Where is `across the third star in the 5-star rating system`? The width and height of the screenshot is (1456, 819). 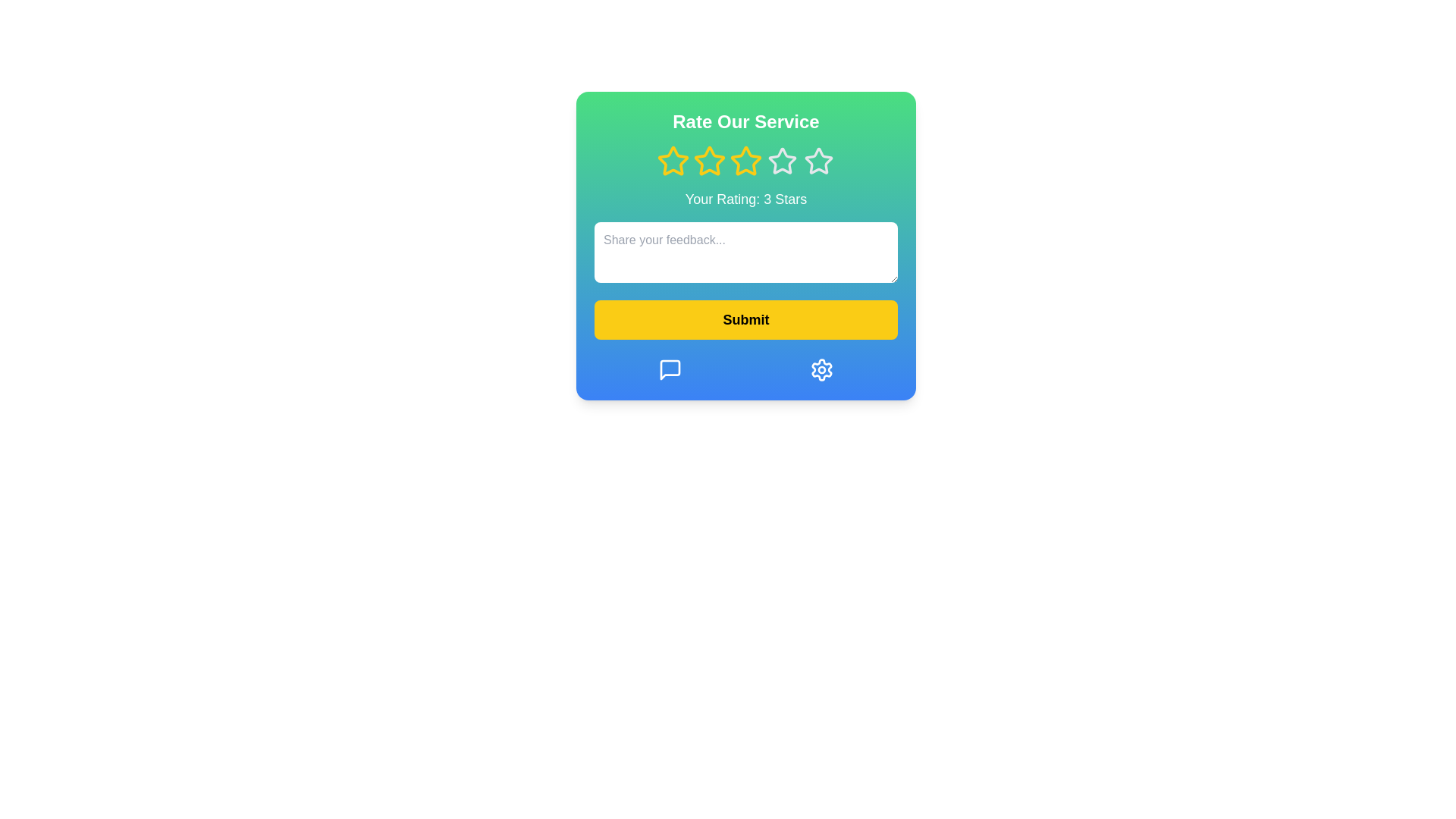 across the third star in the 5-star rating system is located at coordinates (745, 161).